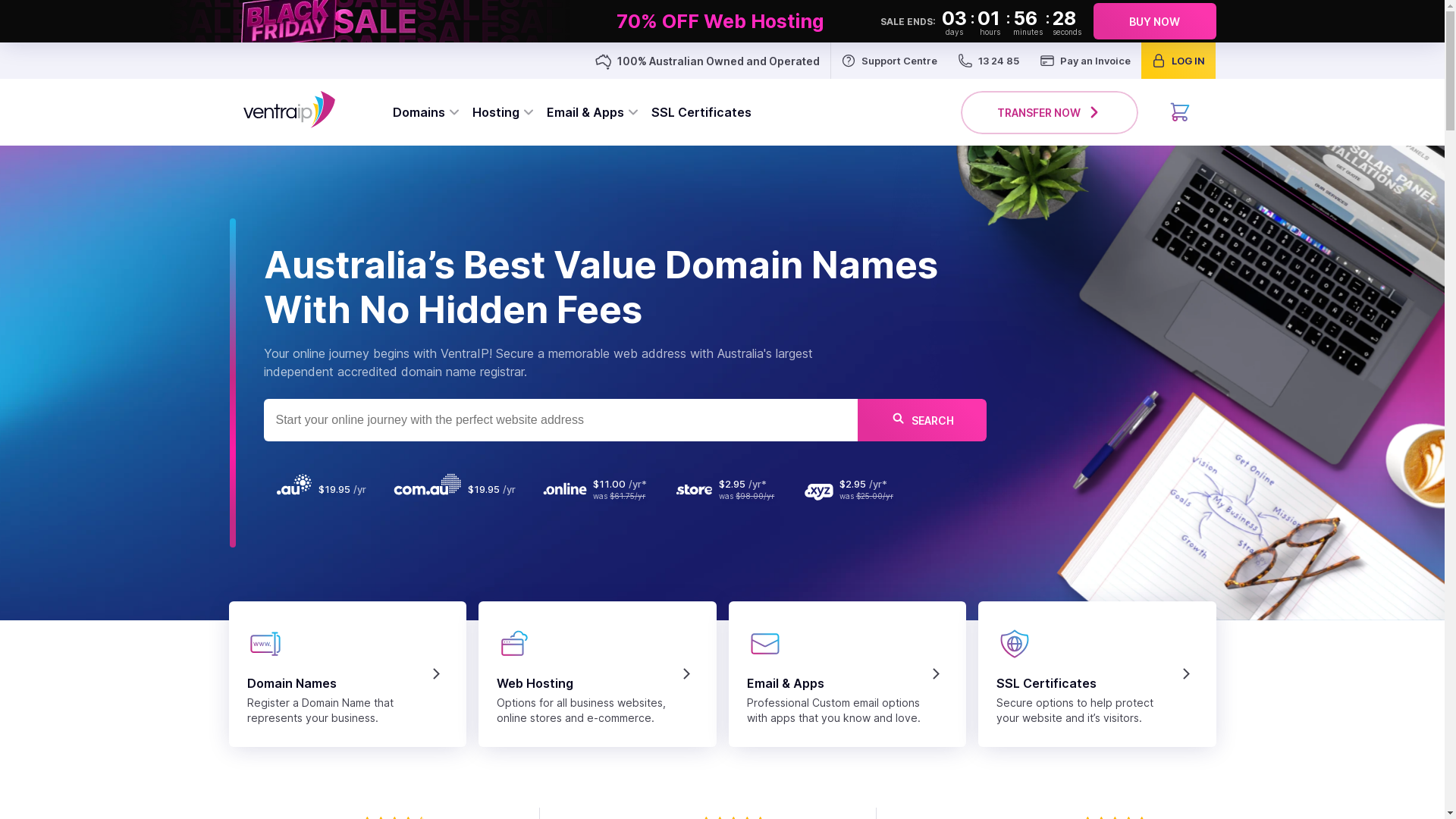 This screenshot has height=819, width=1456. What do you see at coordinates (1015, 643) in the screenshot?
I see `'security'` at bounding box center [1015, 643].